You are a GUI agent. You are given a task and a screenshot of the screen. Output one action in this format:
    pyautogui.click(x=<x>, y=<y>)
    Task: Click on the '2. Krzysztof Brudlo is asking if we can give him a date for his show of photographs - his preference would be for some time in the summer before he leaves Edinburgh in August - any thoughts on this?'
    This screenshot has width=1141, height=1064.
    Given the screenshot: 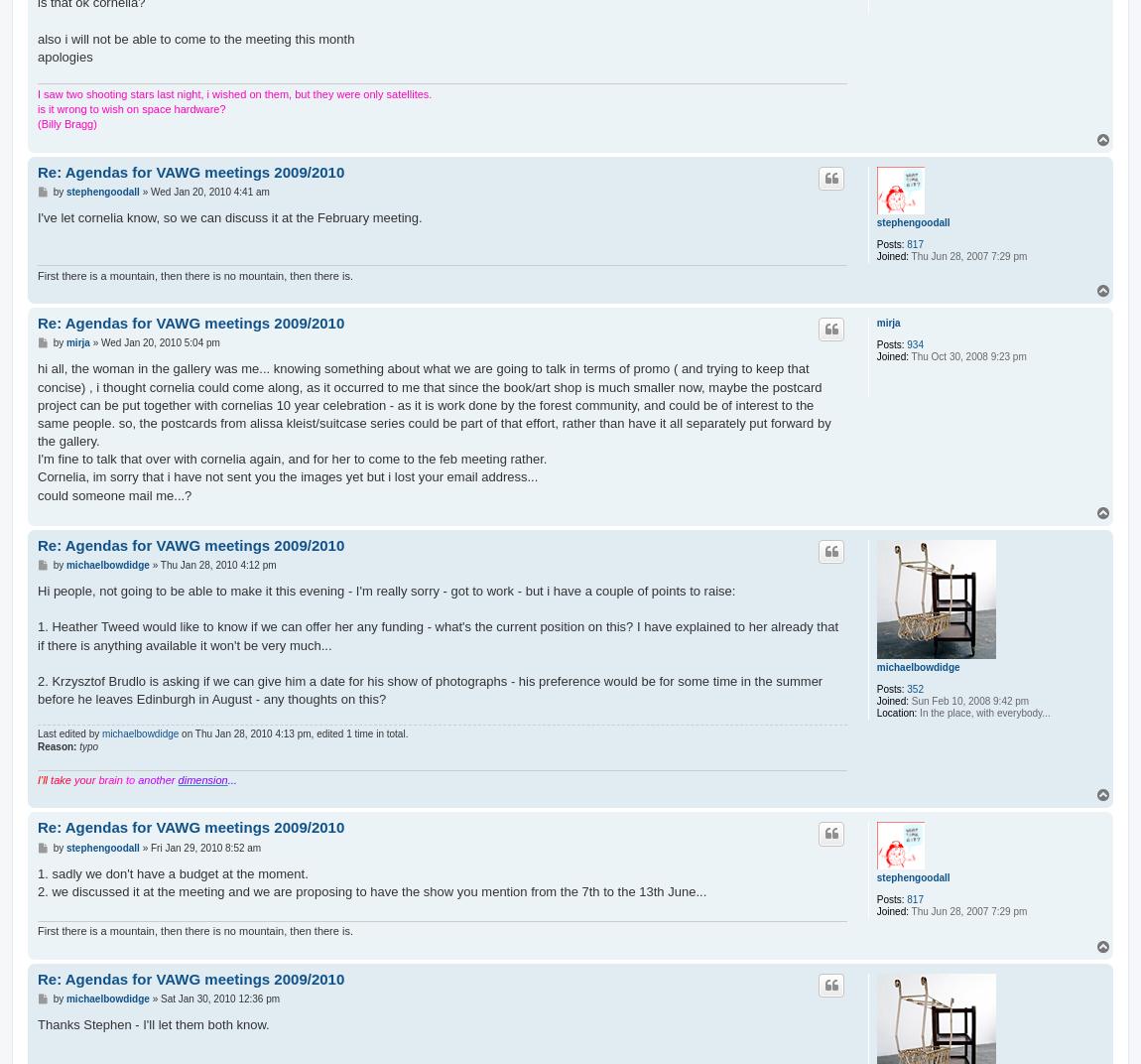 What is the action you would take?
    pyautogui.click(x=430, y=689)
    